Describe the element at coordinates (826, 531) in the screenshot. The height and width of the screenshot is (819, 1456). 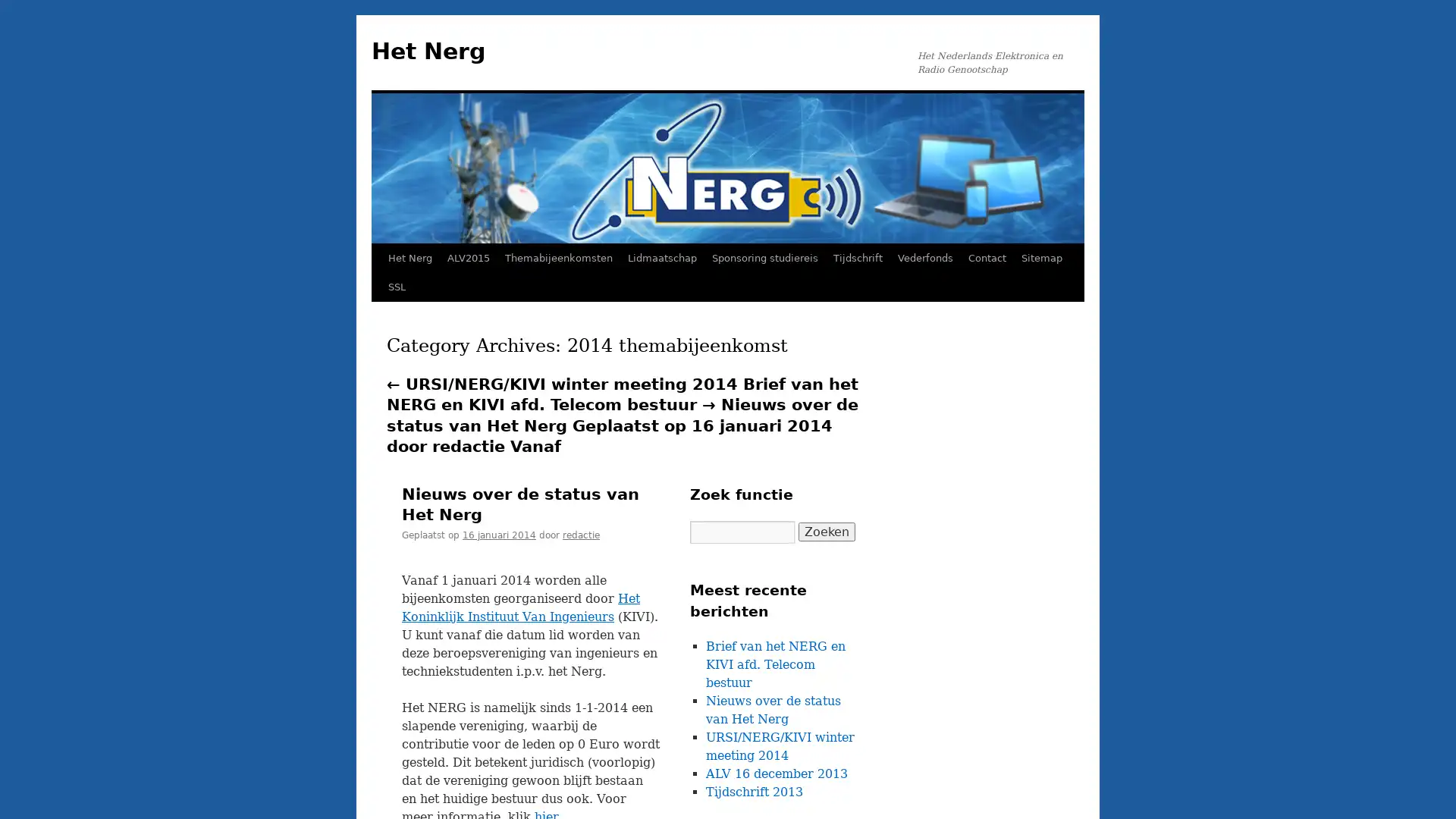
I see `Zoeken` at that location.